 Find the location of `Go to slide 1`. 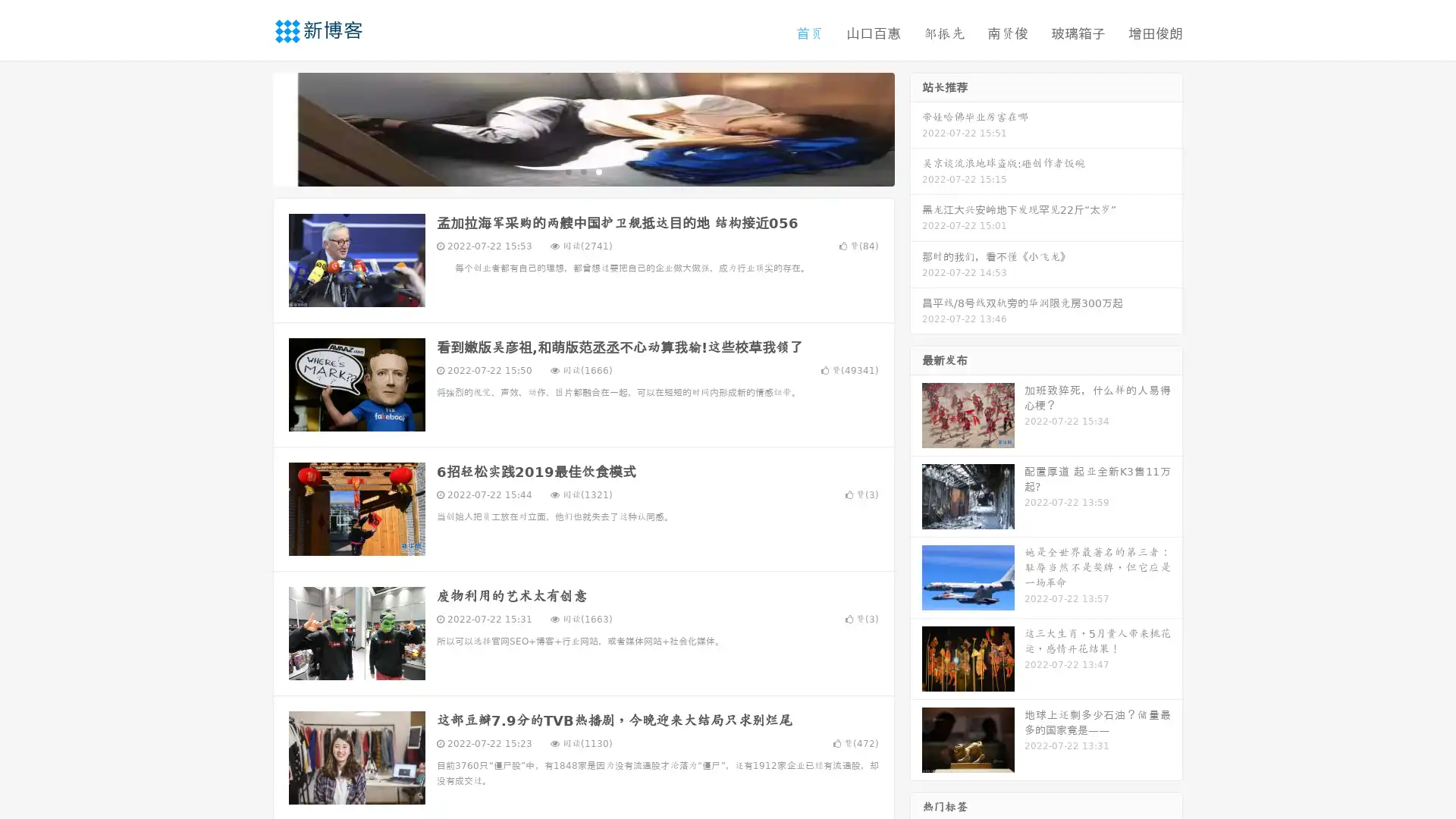

Go to slide 1 is located at coordinates (567, 171).